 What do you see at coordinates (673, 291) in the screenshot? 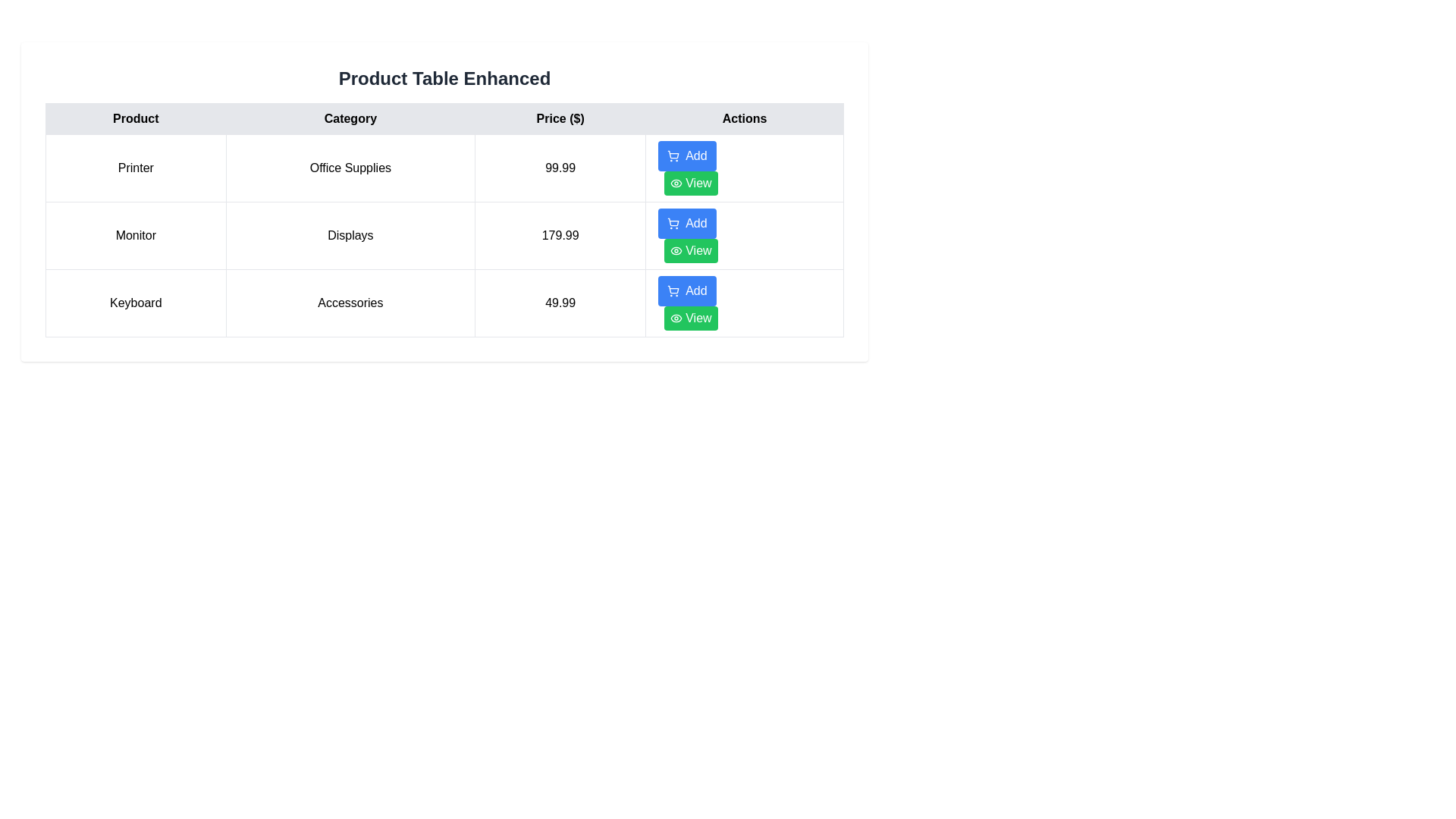
I see `the 'Add' button` at bounding box center [673, 291].